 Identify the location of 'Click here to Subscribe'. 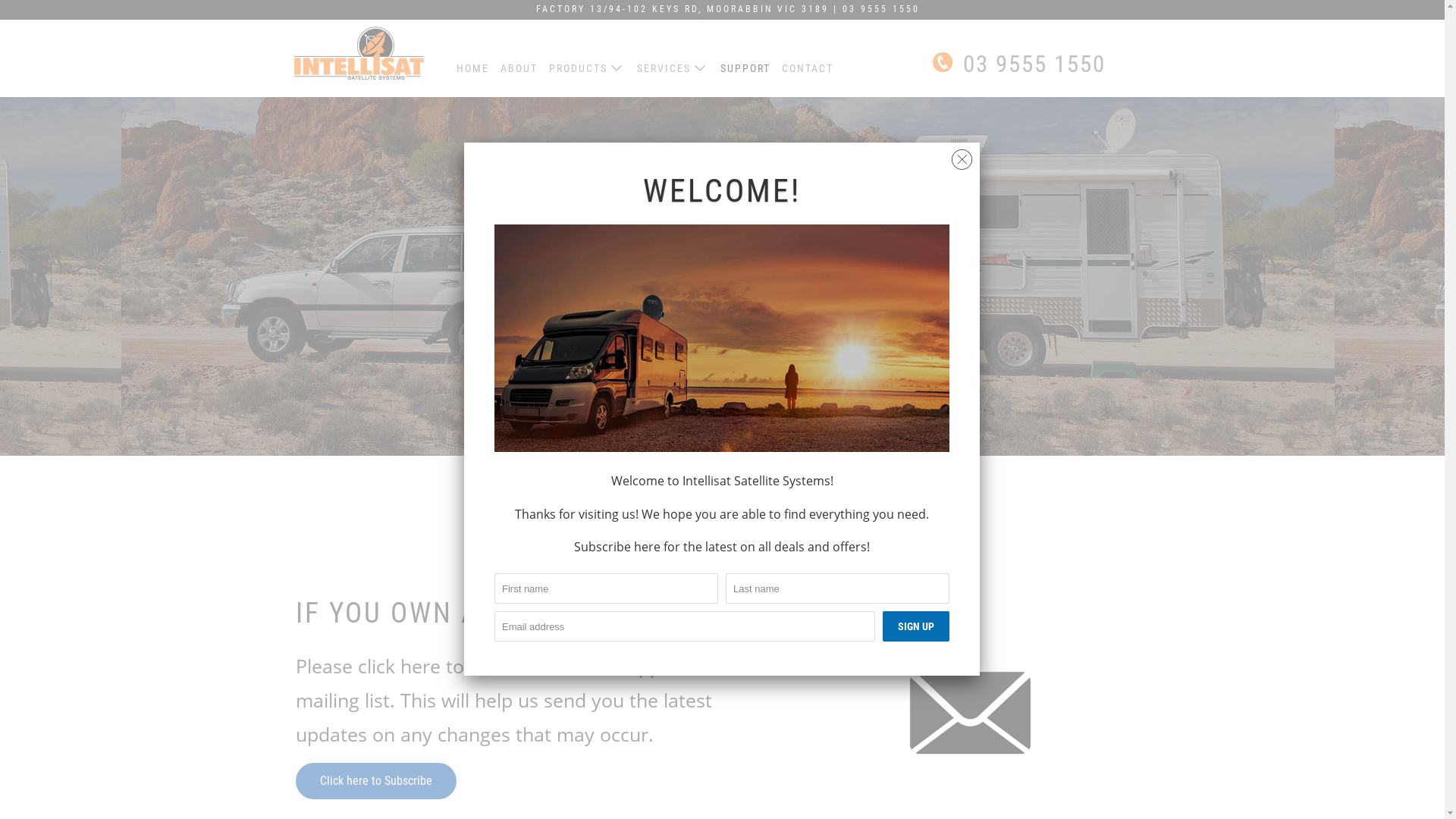
(375, 780).